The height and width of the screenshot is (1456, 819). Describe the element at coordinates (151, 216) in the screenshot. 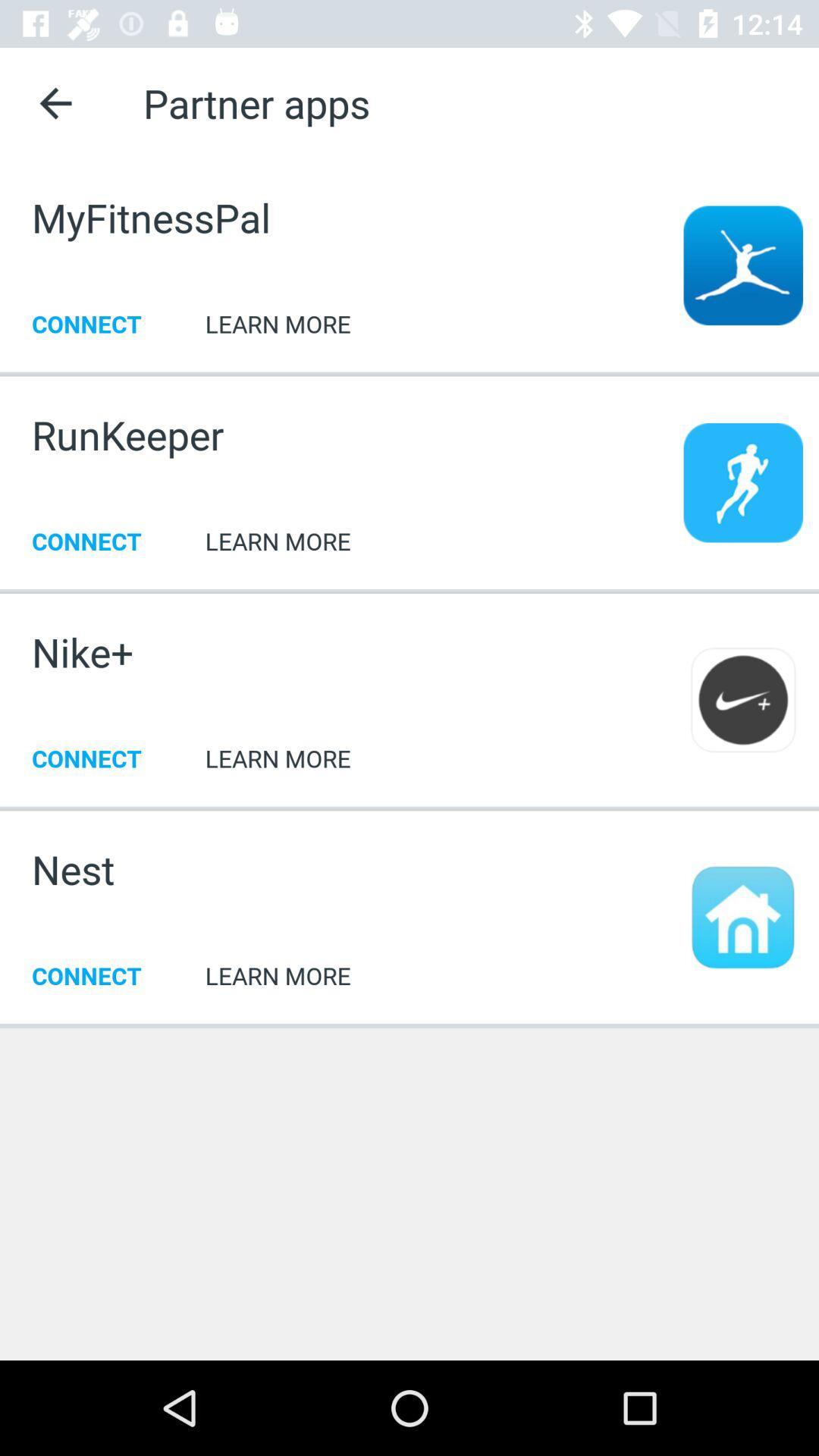

I see `the myfitnesspal item` at that location.